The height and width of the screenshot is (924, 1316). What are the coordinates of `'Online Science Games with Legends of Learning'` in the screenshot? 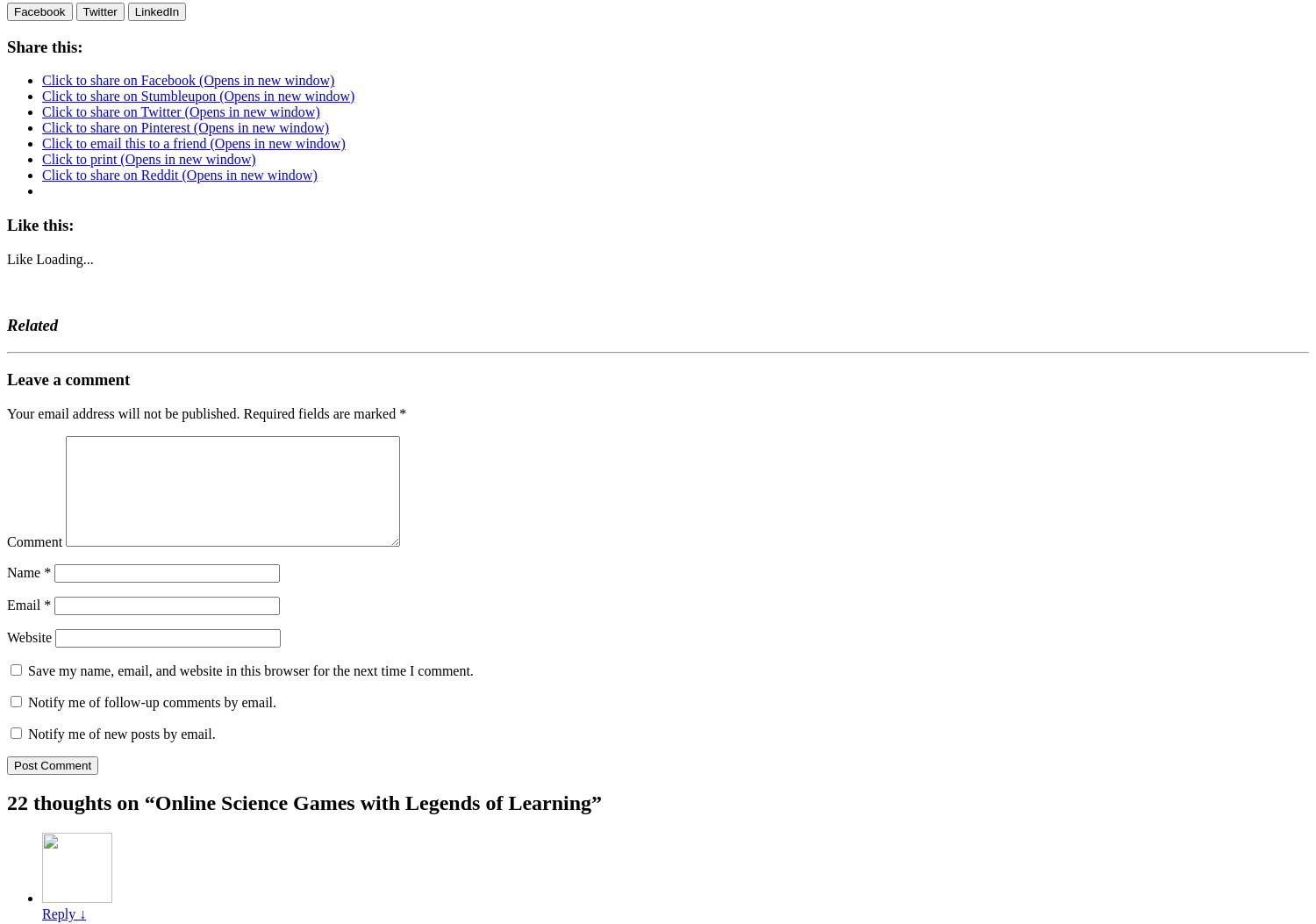 It's located at (372, 801).